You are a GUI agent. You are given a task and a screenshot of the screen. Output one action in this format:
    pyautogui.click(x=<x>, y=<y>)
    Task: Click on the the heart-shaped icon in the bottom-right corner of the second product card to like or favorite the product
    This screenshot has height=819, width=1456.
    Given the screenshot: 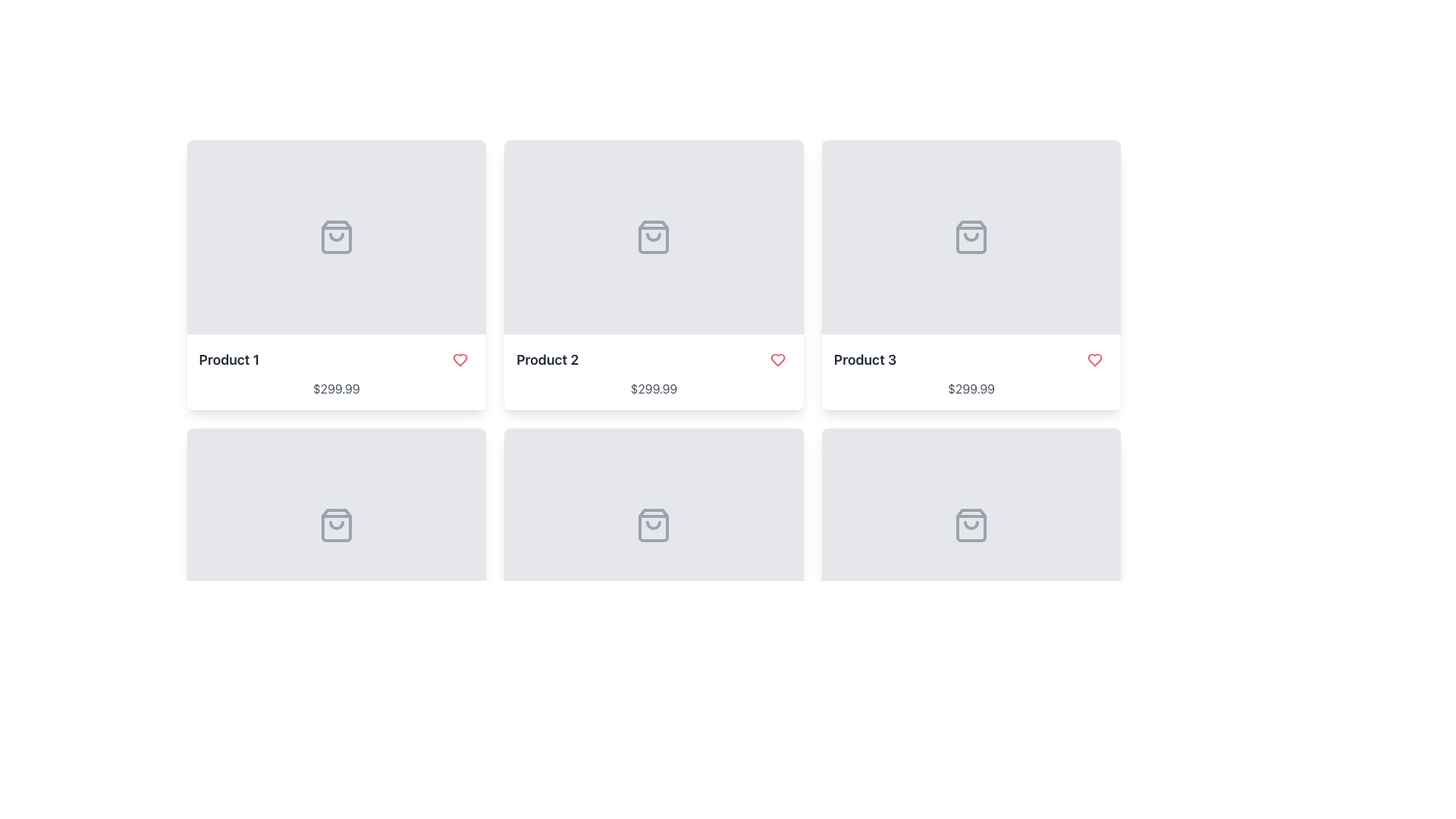 What is the action you would take?
    pyautogui.click(x=460, y=359)
    